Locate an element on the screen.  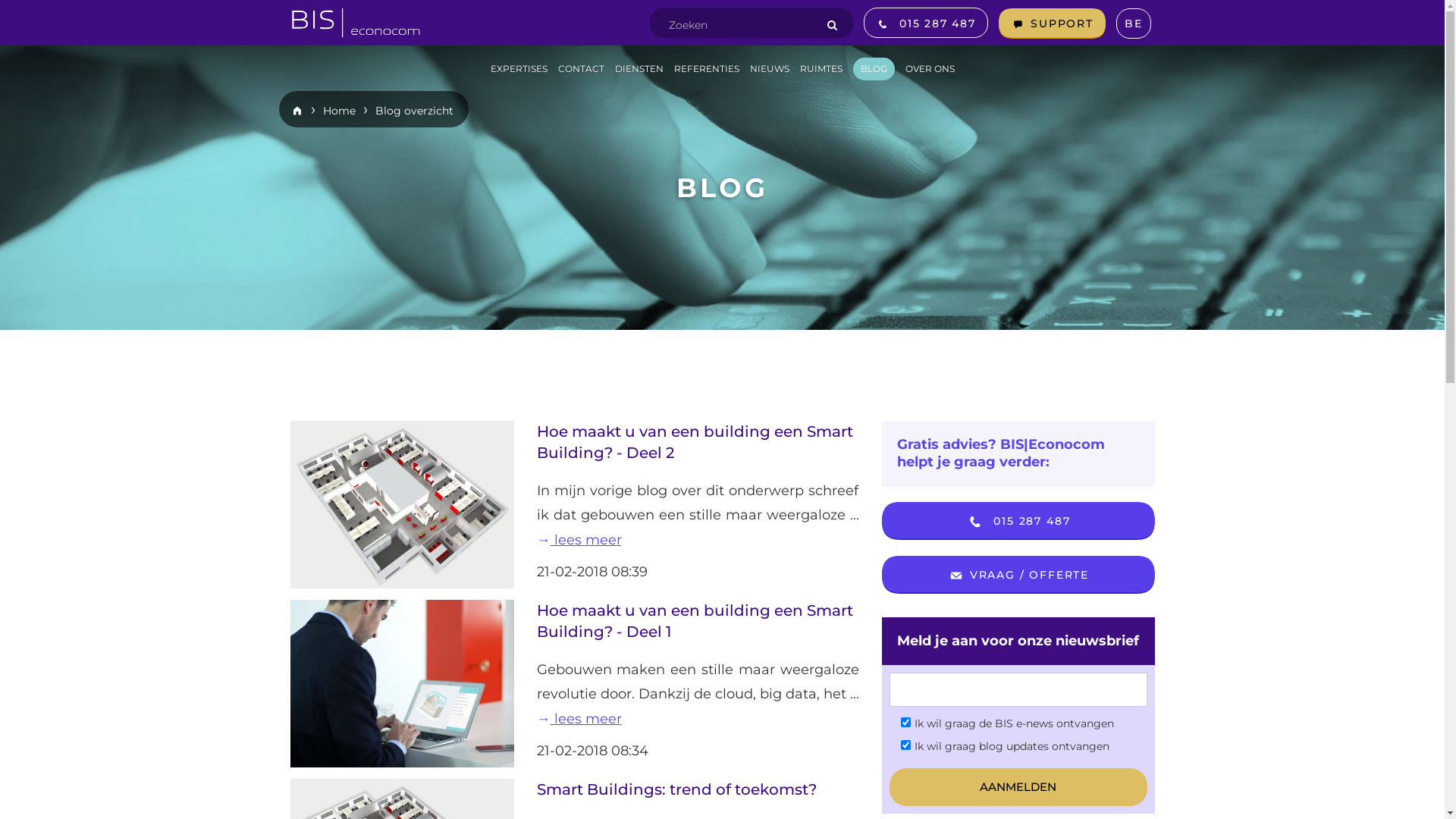
'Blog overzicht' is located at coordinates (413, 110).